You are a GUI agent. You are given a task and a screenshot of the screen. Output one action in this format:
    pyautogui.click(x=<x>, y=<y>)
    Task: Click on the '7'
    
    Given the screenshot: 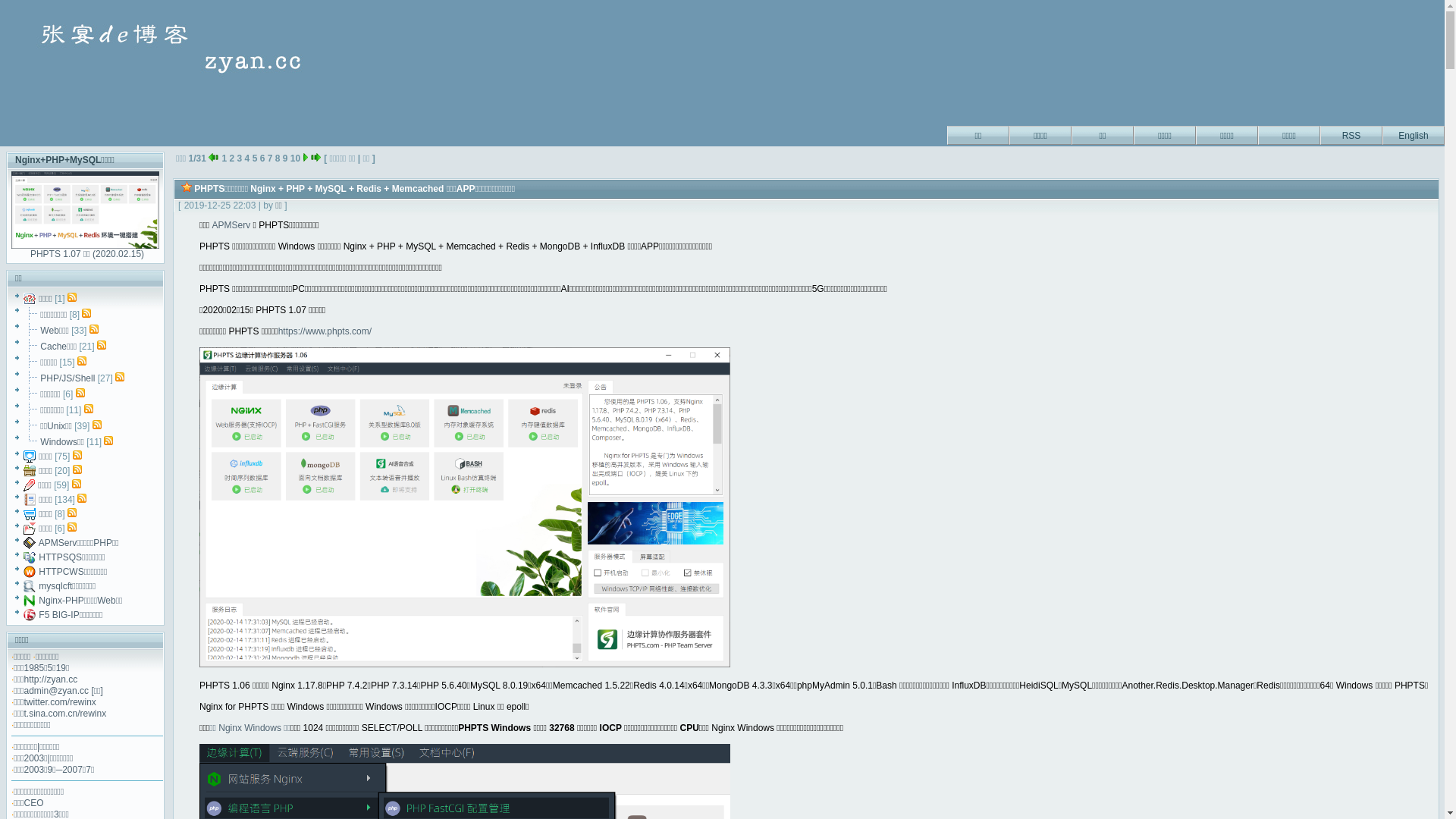 What is the action you would take?
    pyautogui.click(x=268, y=158)
    